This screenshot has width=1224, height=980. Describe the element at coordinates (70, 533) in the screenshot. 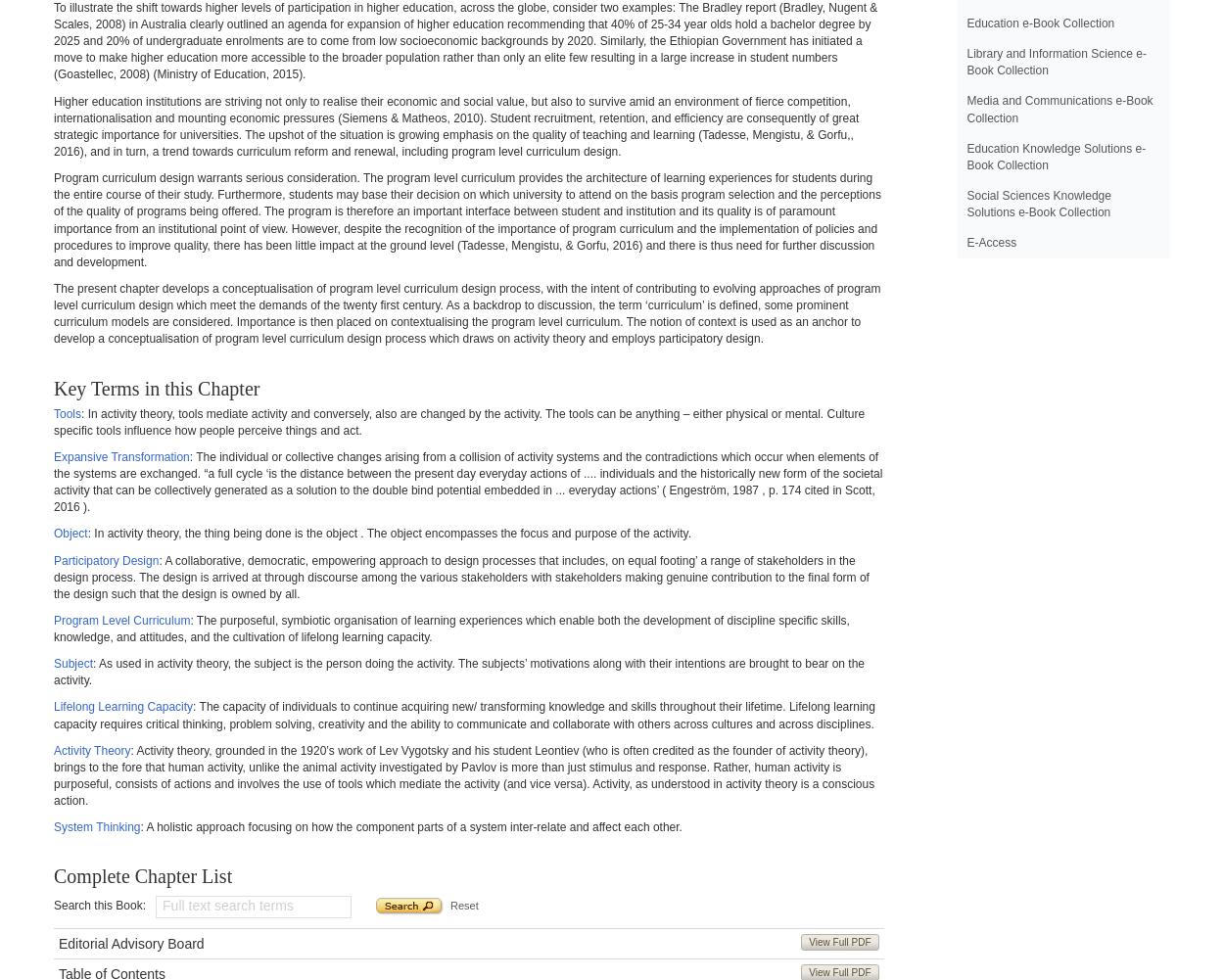

I see `'Object'` at that location.